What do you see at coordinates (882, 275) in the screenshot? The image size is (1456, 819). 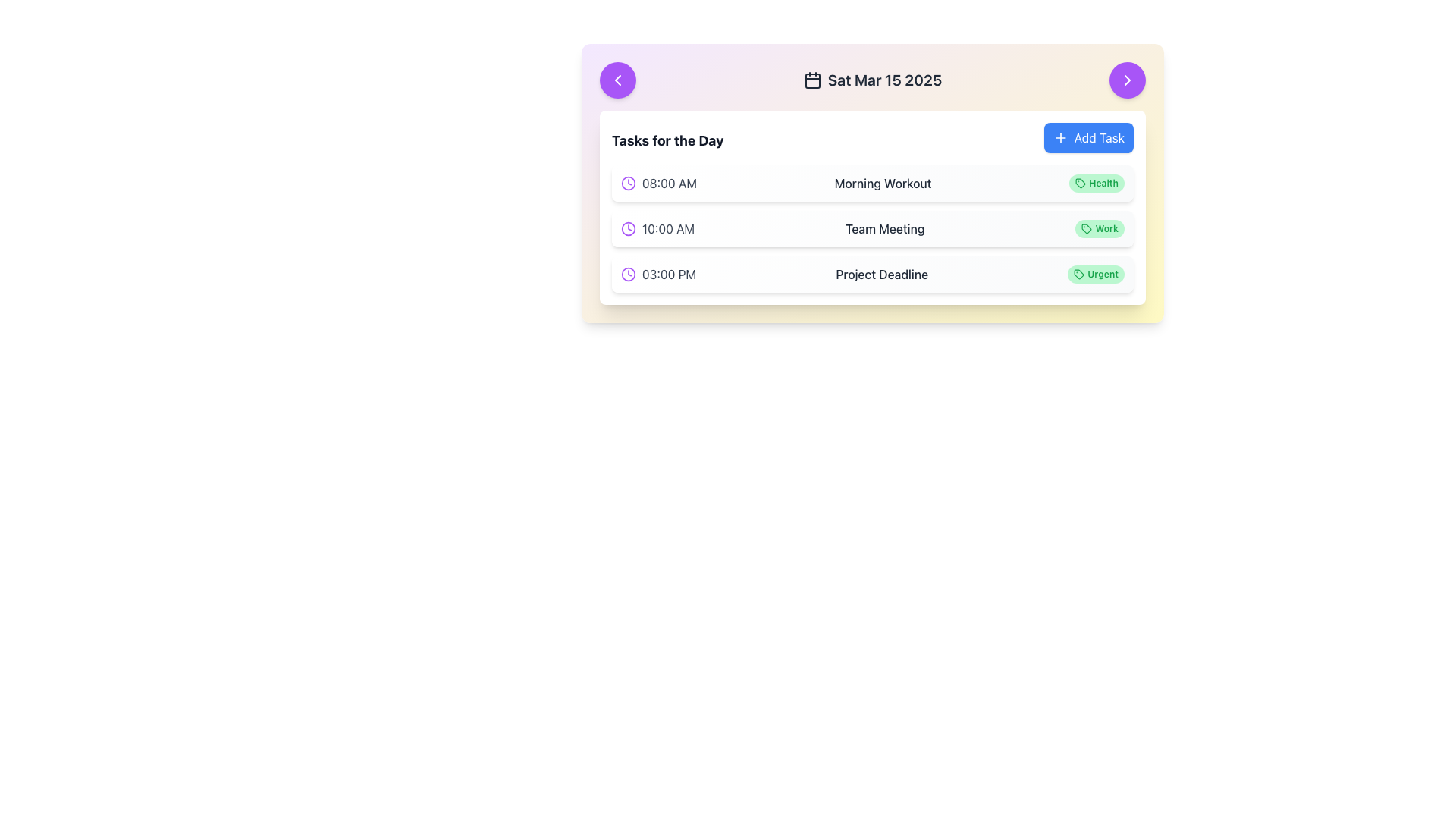 I see `text label displaying 'Project Deadline', which is located between '03:00 PM' and 'Urgent'` at bounding box center [882, 275].